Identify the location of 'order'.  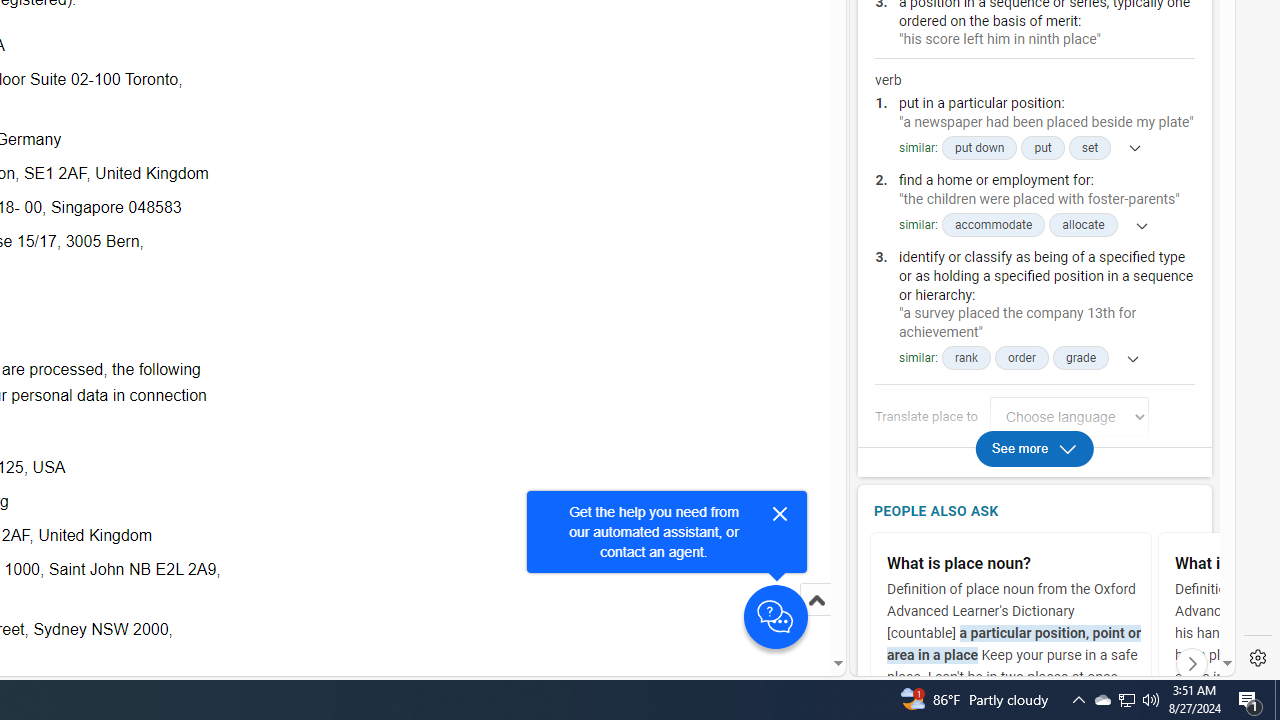
(1022, 357).